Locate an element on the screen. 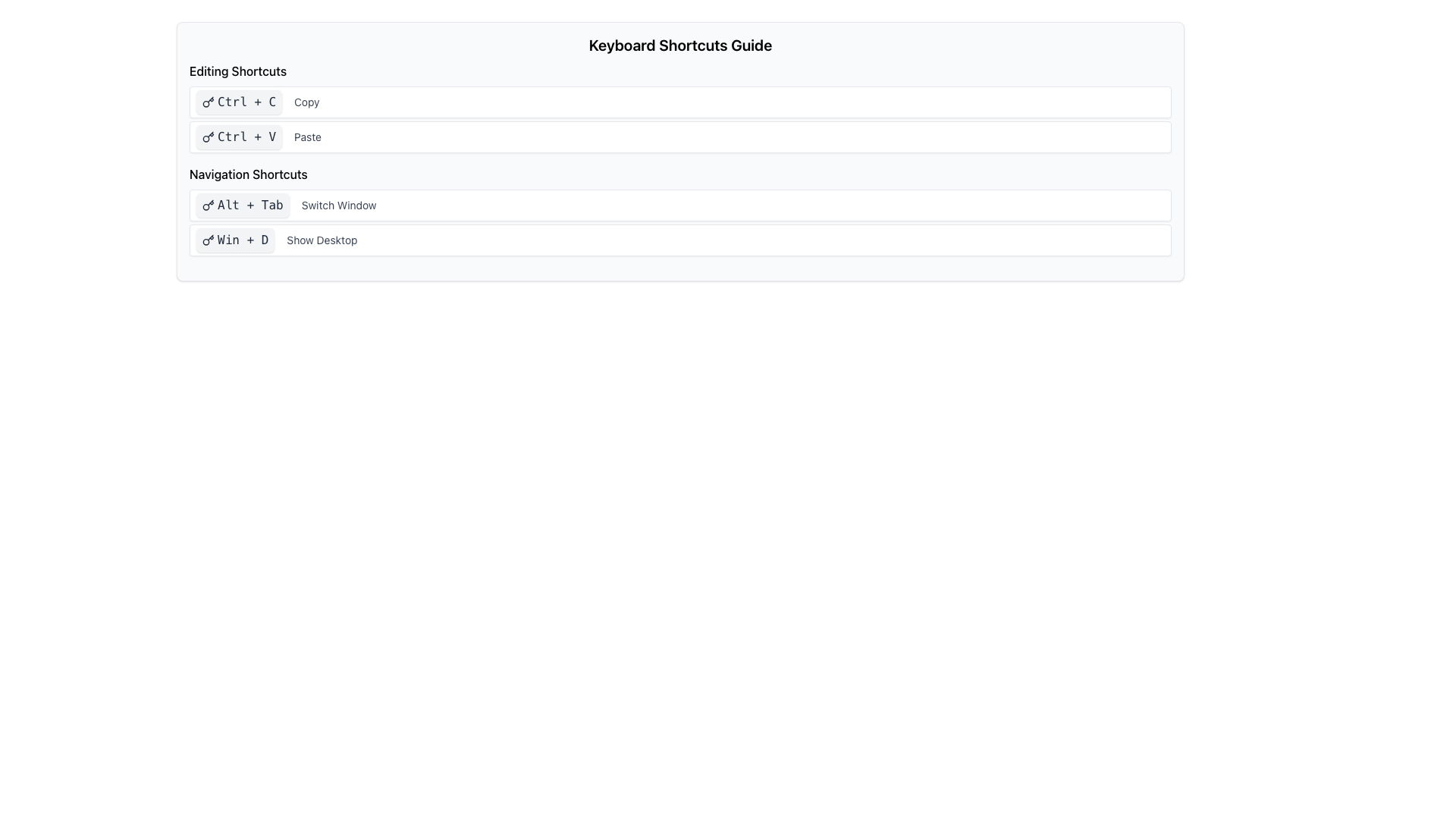 This screenshot has width=1456, height=819. the List Item displaying 'Ctrl + V' followed by 'Paste', which is the second item in the list of editing shortcuts is located at coordinates (679, 137).